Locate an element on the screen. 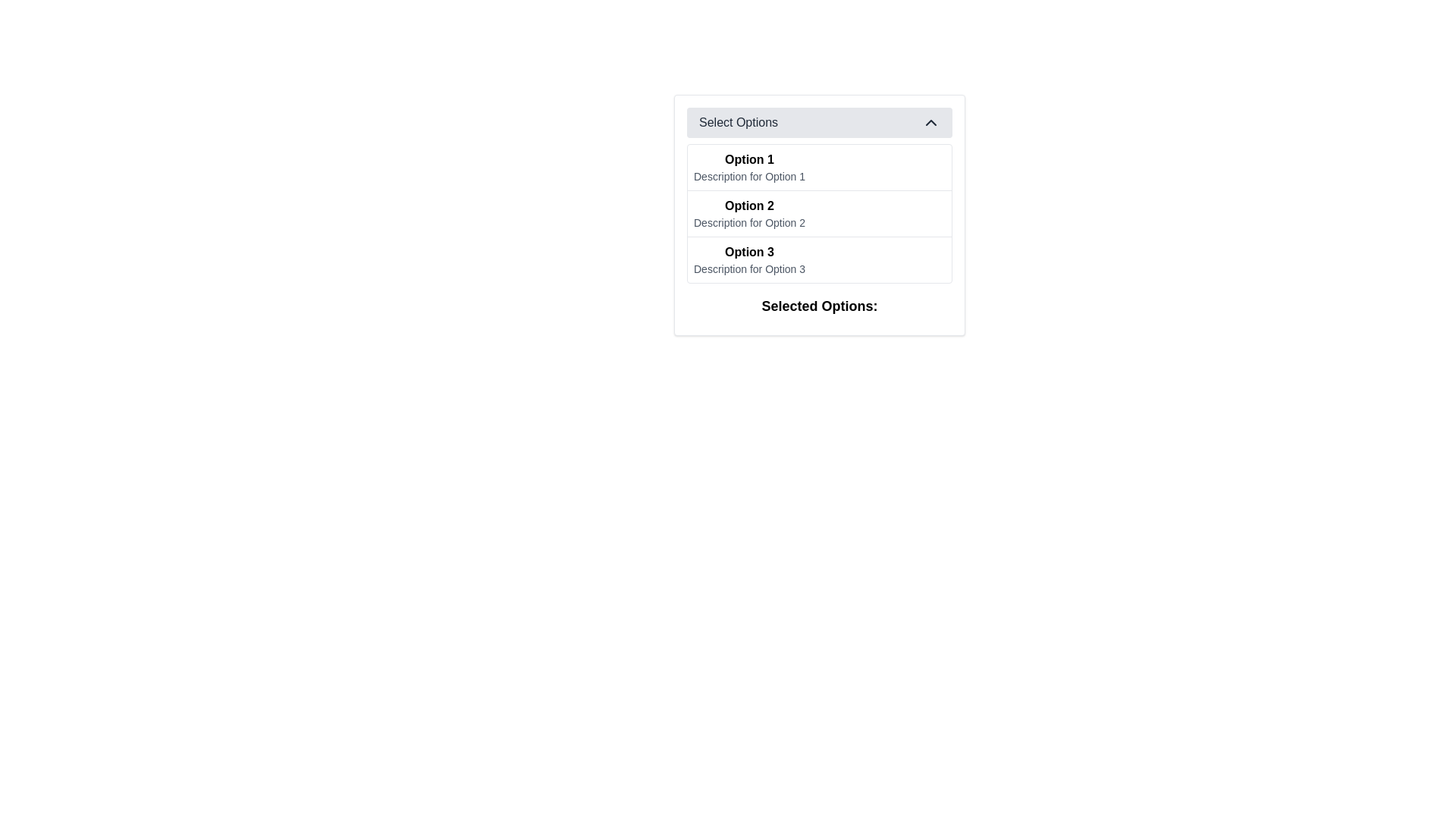 The image size is (1456, 819). the label displaying 'Description for Option 2' located below the 'Option 2' label in a vertical list of options is located at coordinates (749, 222).